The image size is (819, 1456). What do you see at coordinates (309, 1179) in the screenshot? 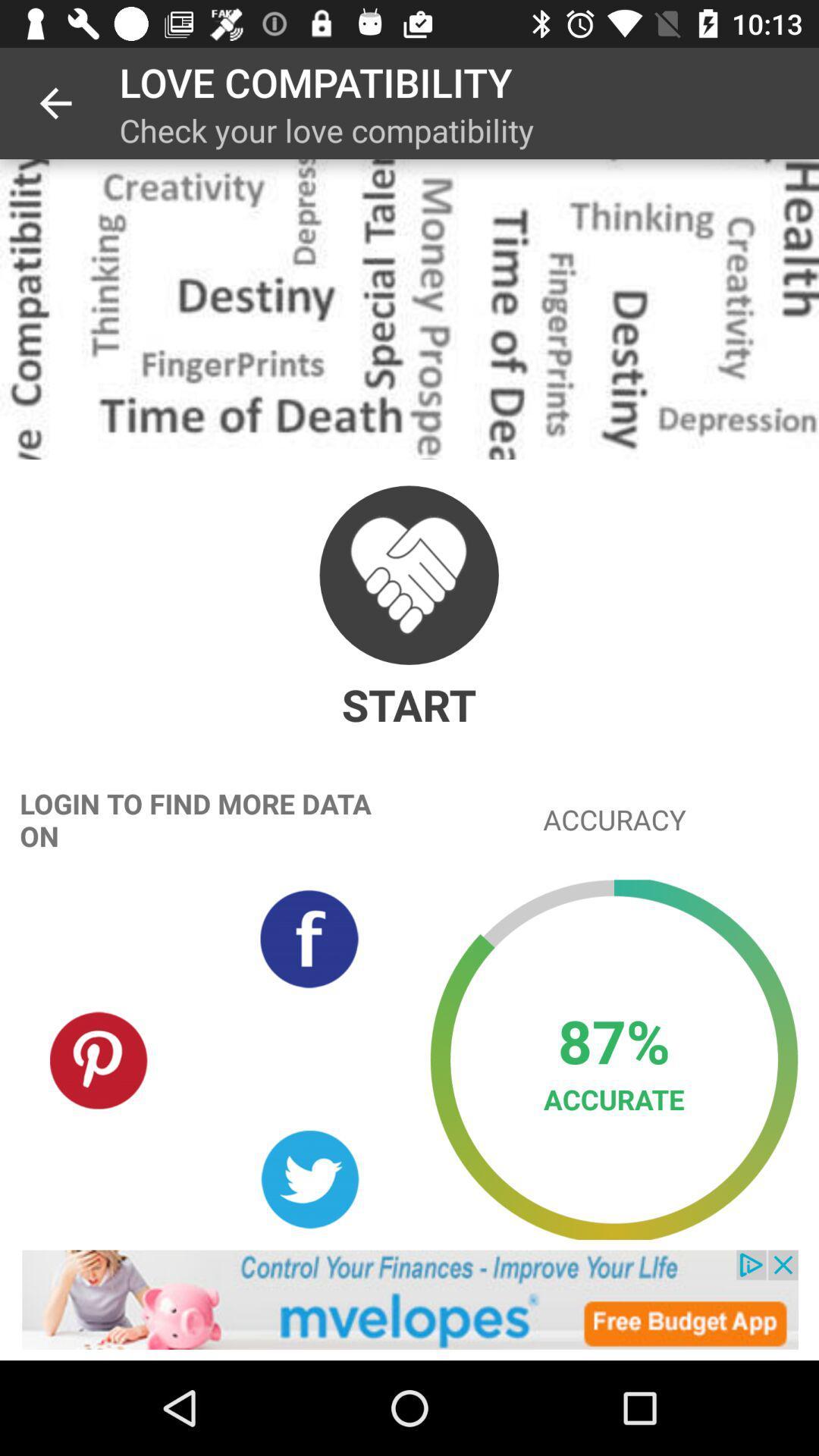
I see `share with twitter` at bounding box center [309, 1179].